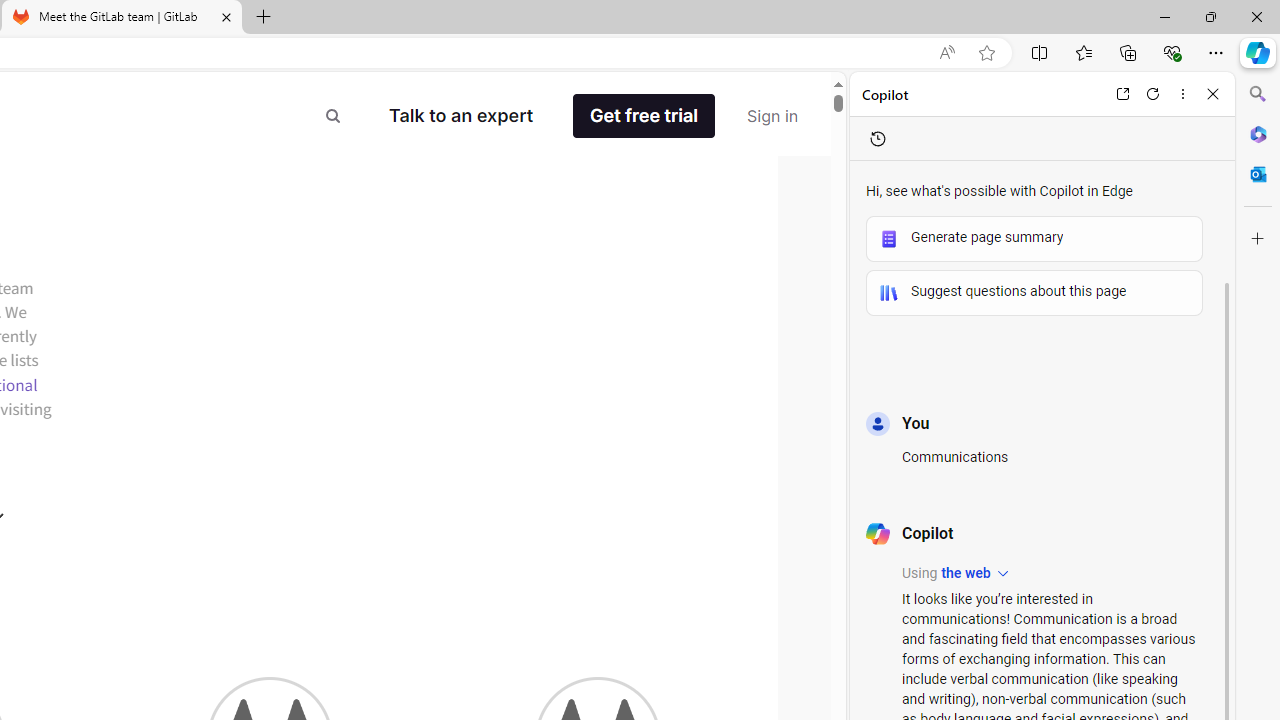  What do you see at coordinates (460, 115) in the screenshot?
I see `'Talk to an expert'` at bounding box center [460, 115].